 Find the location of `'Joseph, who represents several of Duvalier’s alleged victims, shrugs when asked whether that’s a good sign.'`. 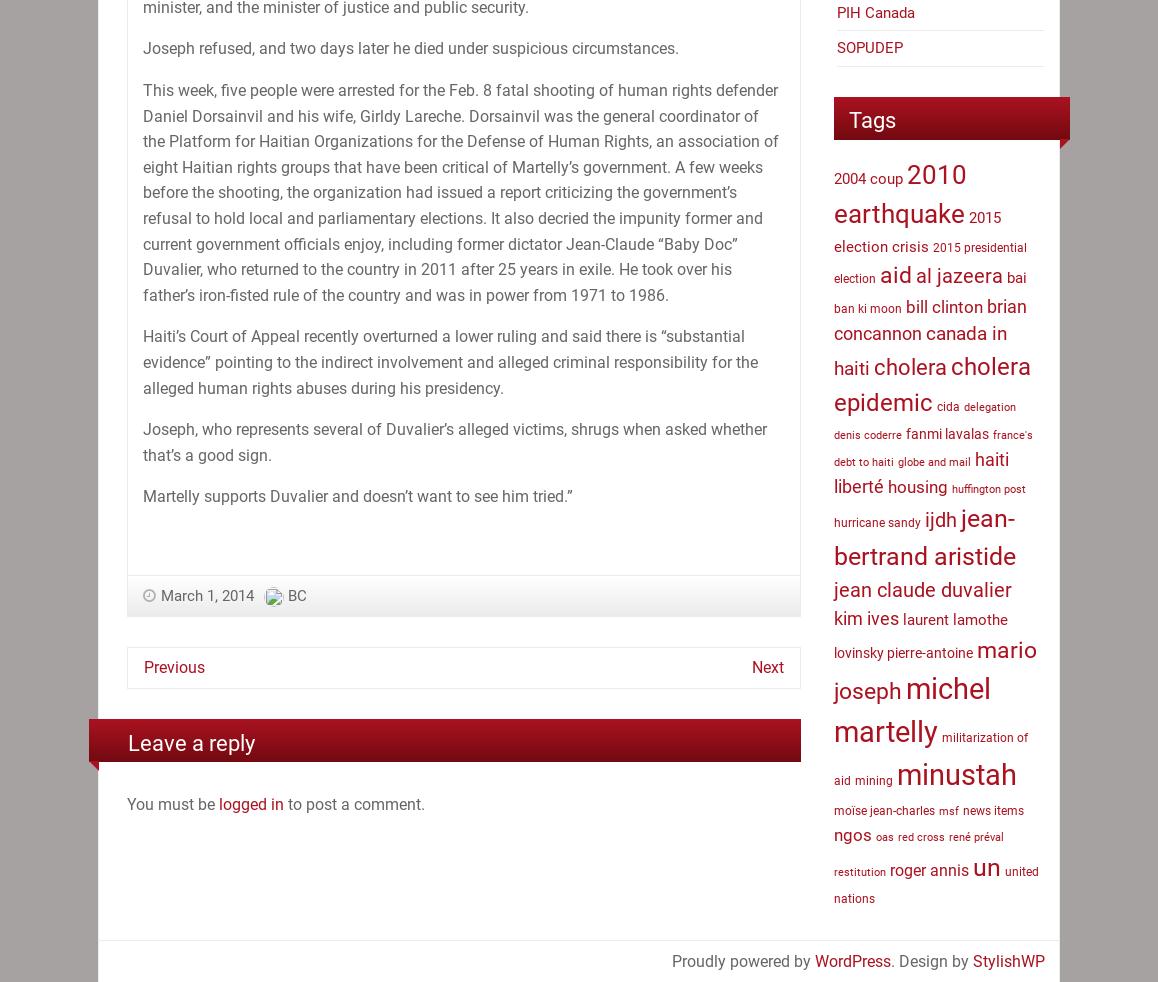

'Joseph, who represents several of Duvalier’s alleged victims, shrugs when asked whether that’s a good sign.' is located at coordinates (454, 441).